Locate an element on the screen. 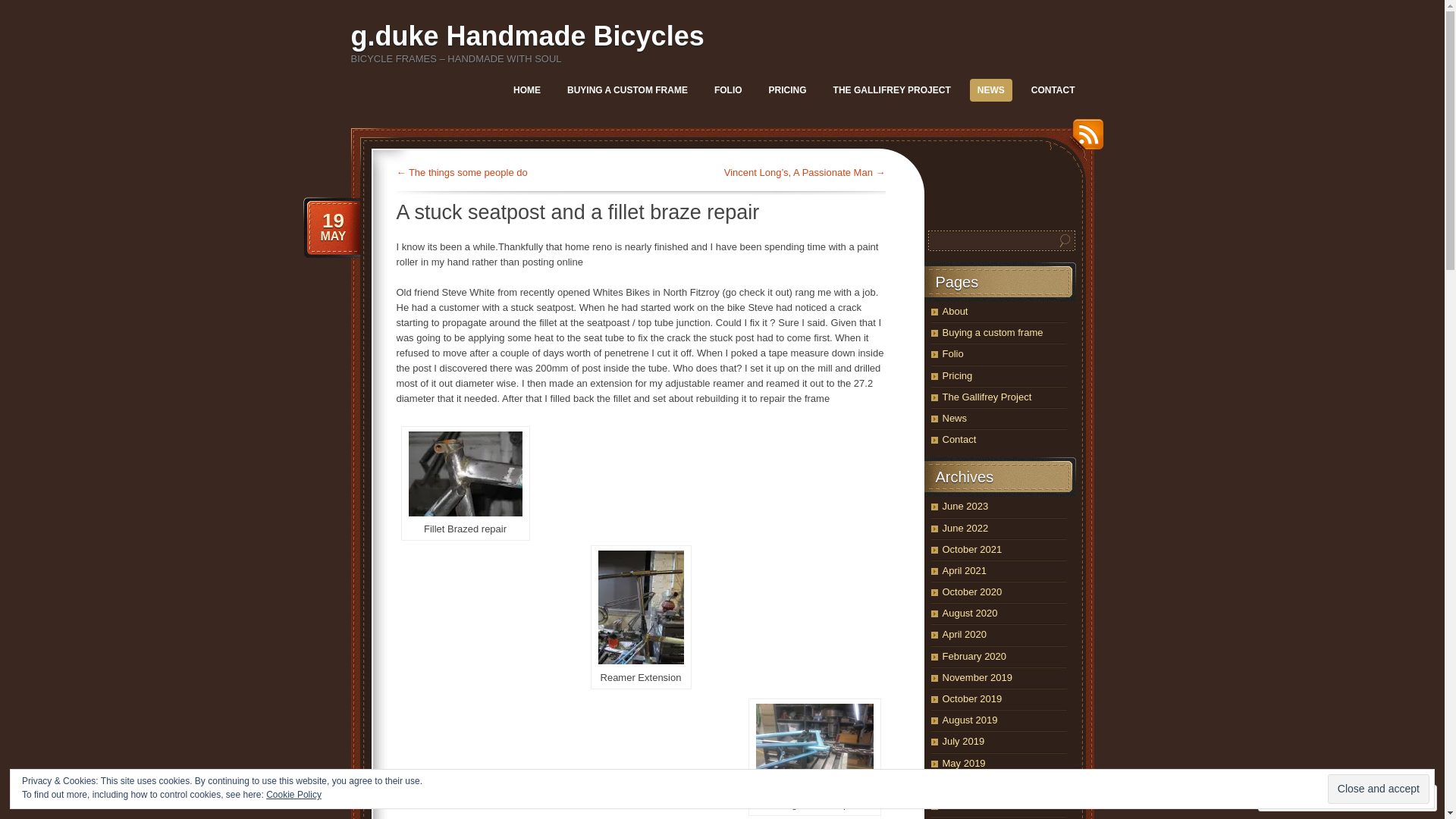 Image resolution: width=1456 pixels, height=819 pixels. 'Follow' is located at coordinates (1375, 797).